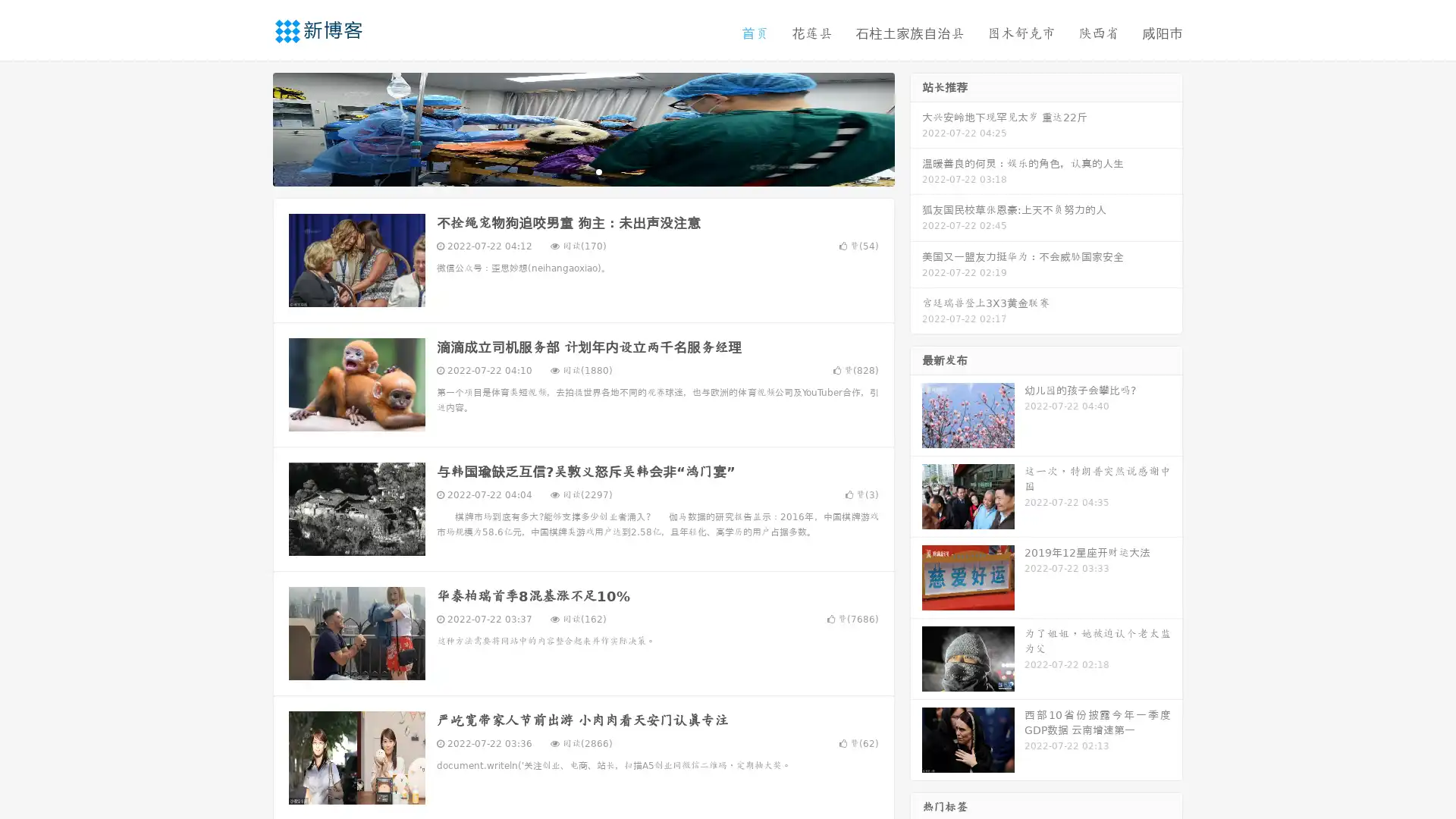 This screenshot has width=1456, height=819. What do you see at coordinates (598, 171) in the screenshot?
I see `Go to slide 3` at bounding box center [598, 171].